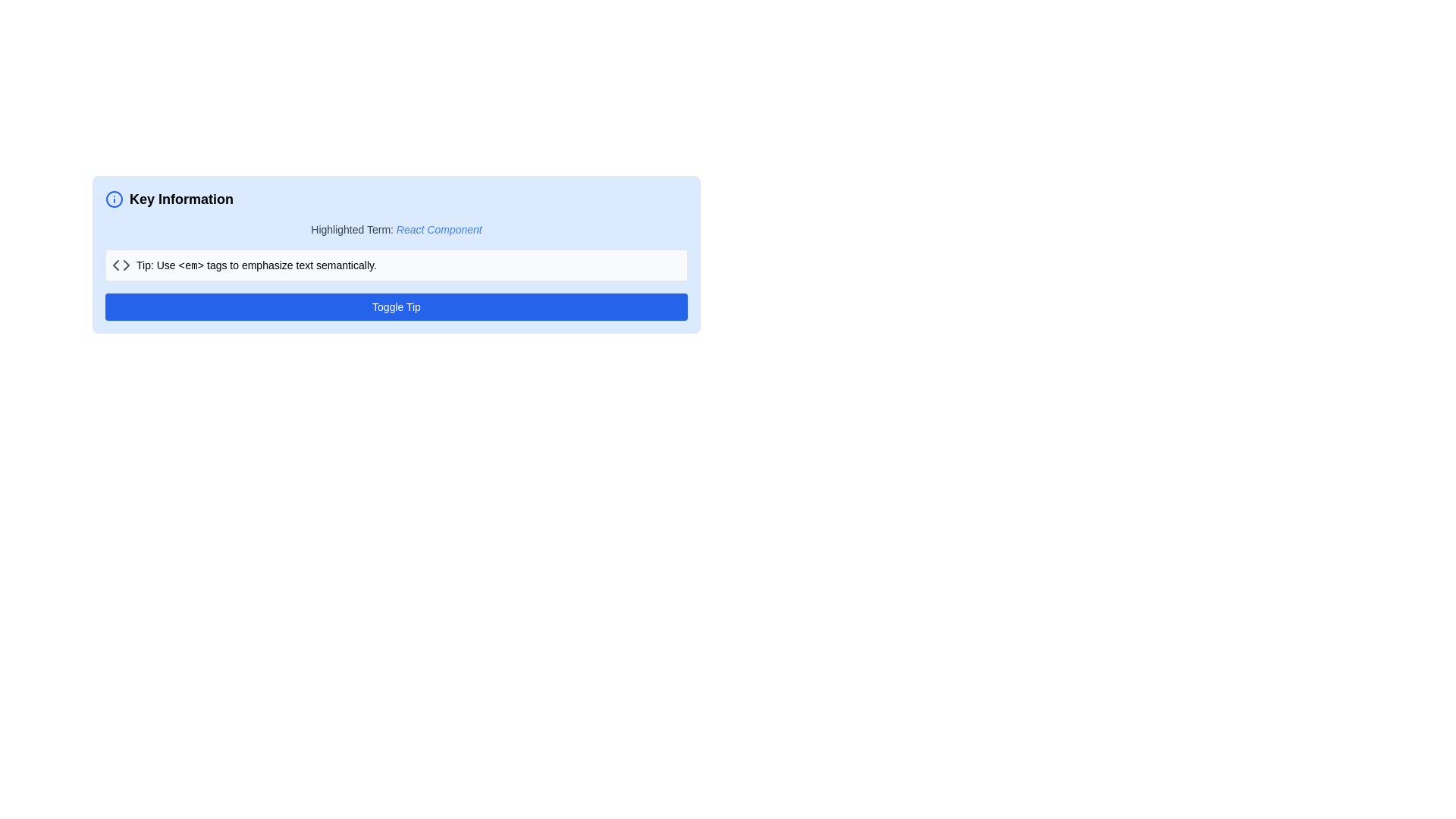 Image resolution: width=1456 pixels, height=819 pixels. Describe the element at coordinates (113, 198) in the screenshot. I see `the SVG circle element, which is part of the information symbol icon located in the top-left area of the blue-paneled 'Key Information' section` at that location.